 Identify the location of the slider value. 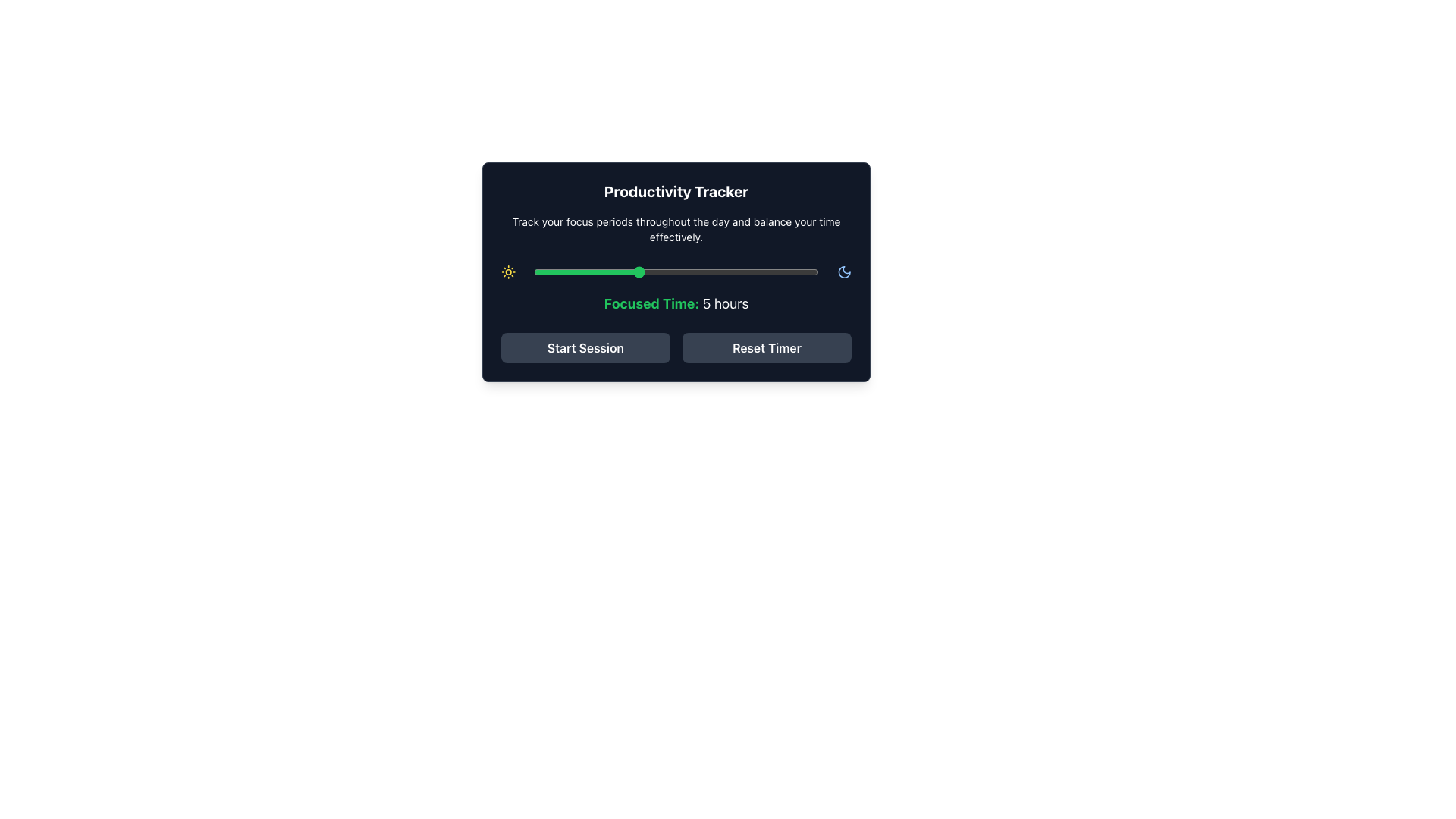
(791, 271).